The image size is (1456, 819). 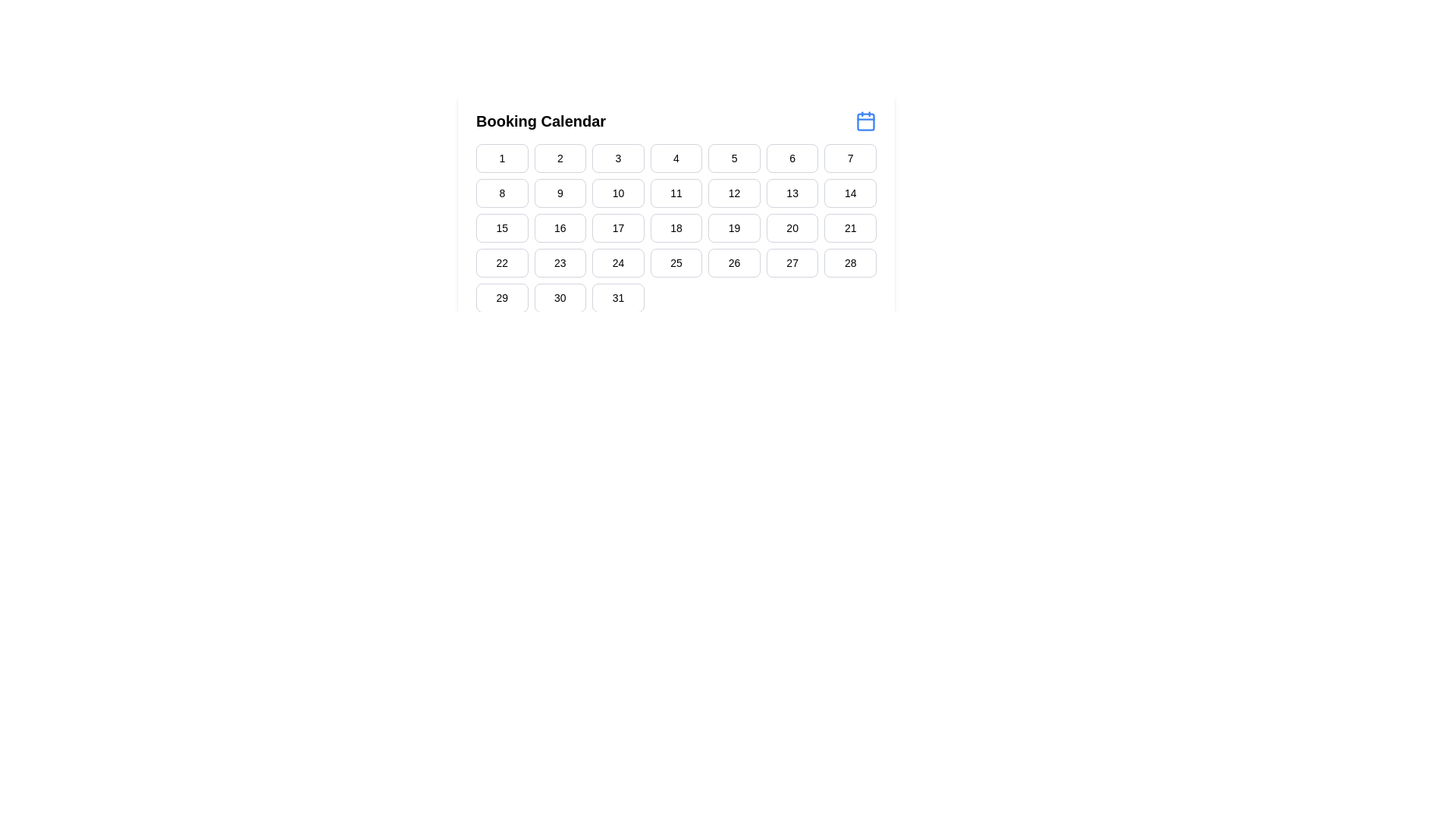 What do you see at coordinates (850, 262) in the screenshot?
I see `the button displaying the number '28' in black at the center, located in the fourth row and seventh item of a calendar-like grid layout` at bounding box center [850, 262].